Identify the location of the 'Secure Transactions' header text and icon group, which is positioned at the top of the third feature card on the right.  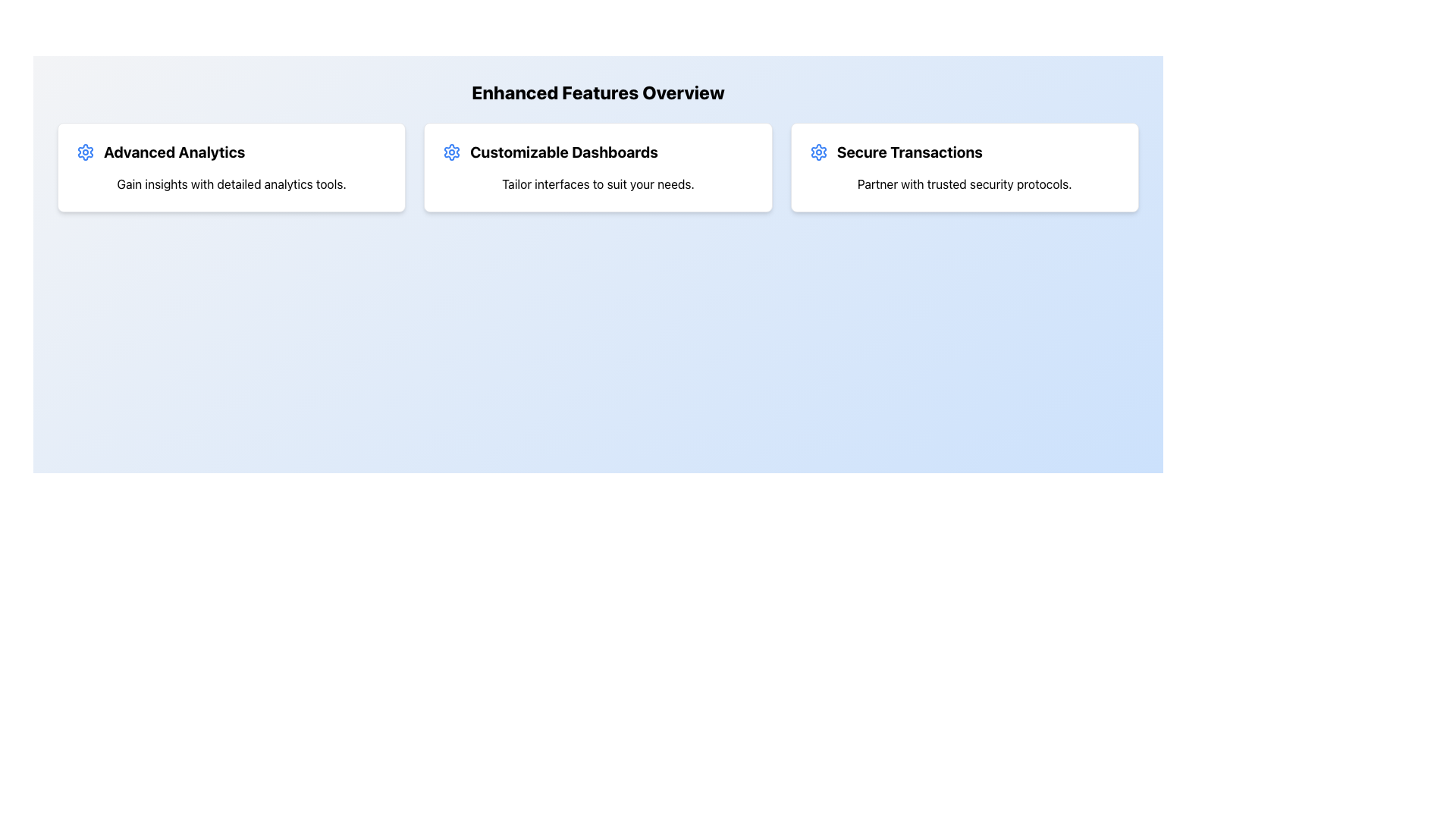
(964, 152).